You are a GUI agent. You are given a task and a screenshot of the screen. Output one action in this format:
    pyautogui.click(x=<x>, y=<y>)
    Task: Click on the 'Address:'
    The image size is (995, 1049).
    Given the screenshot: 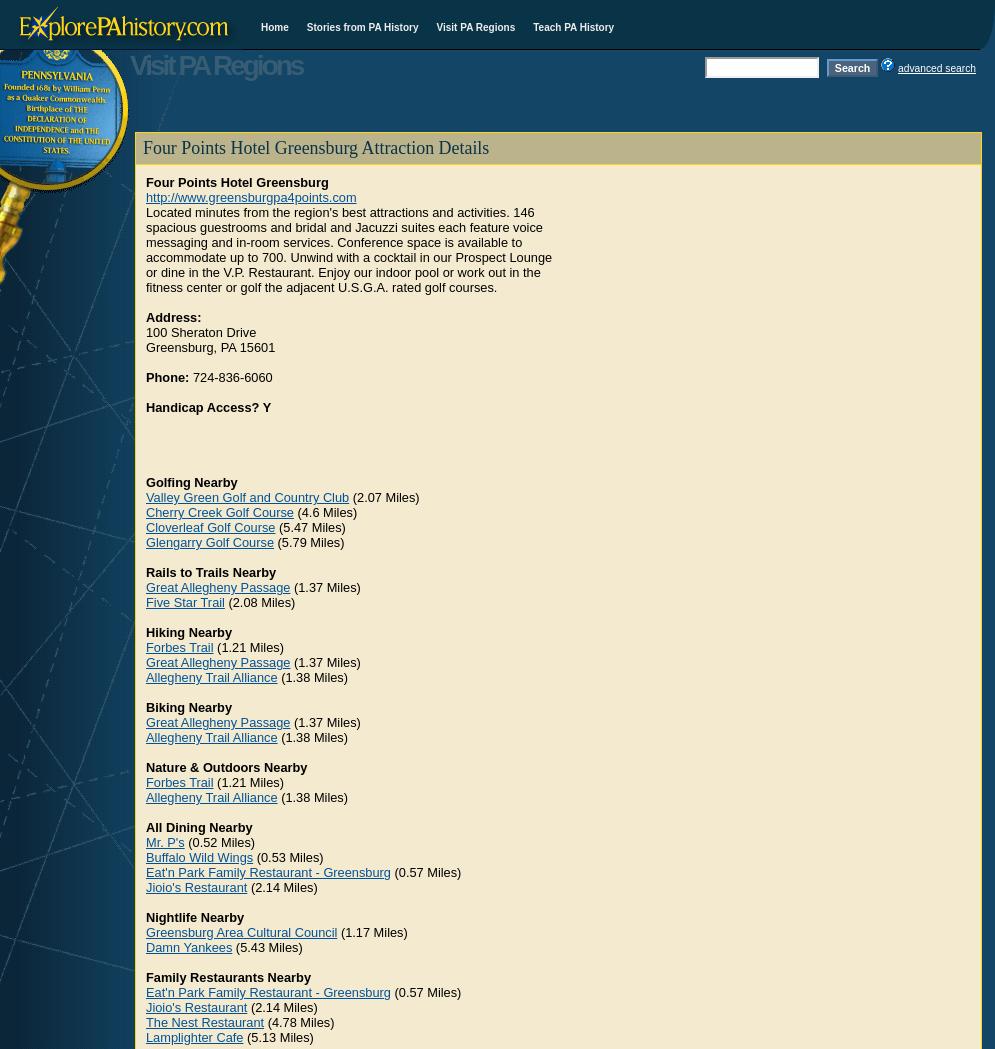 What is the action you would take?
    pyautogui.click(x=173, y=317)
    